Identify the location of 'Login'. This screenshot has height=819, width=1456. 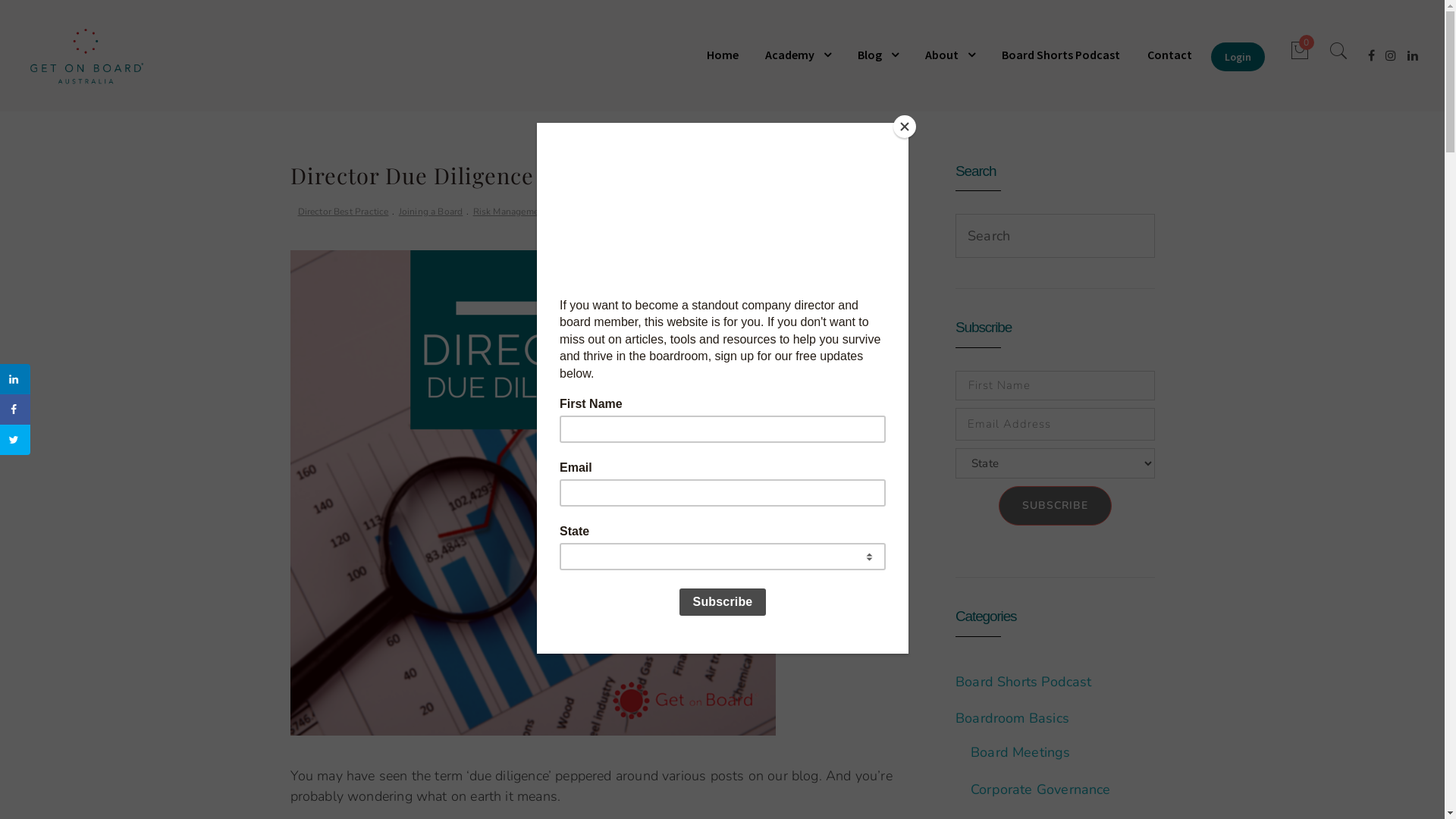
(1238, 55).